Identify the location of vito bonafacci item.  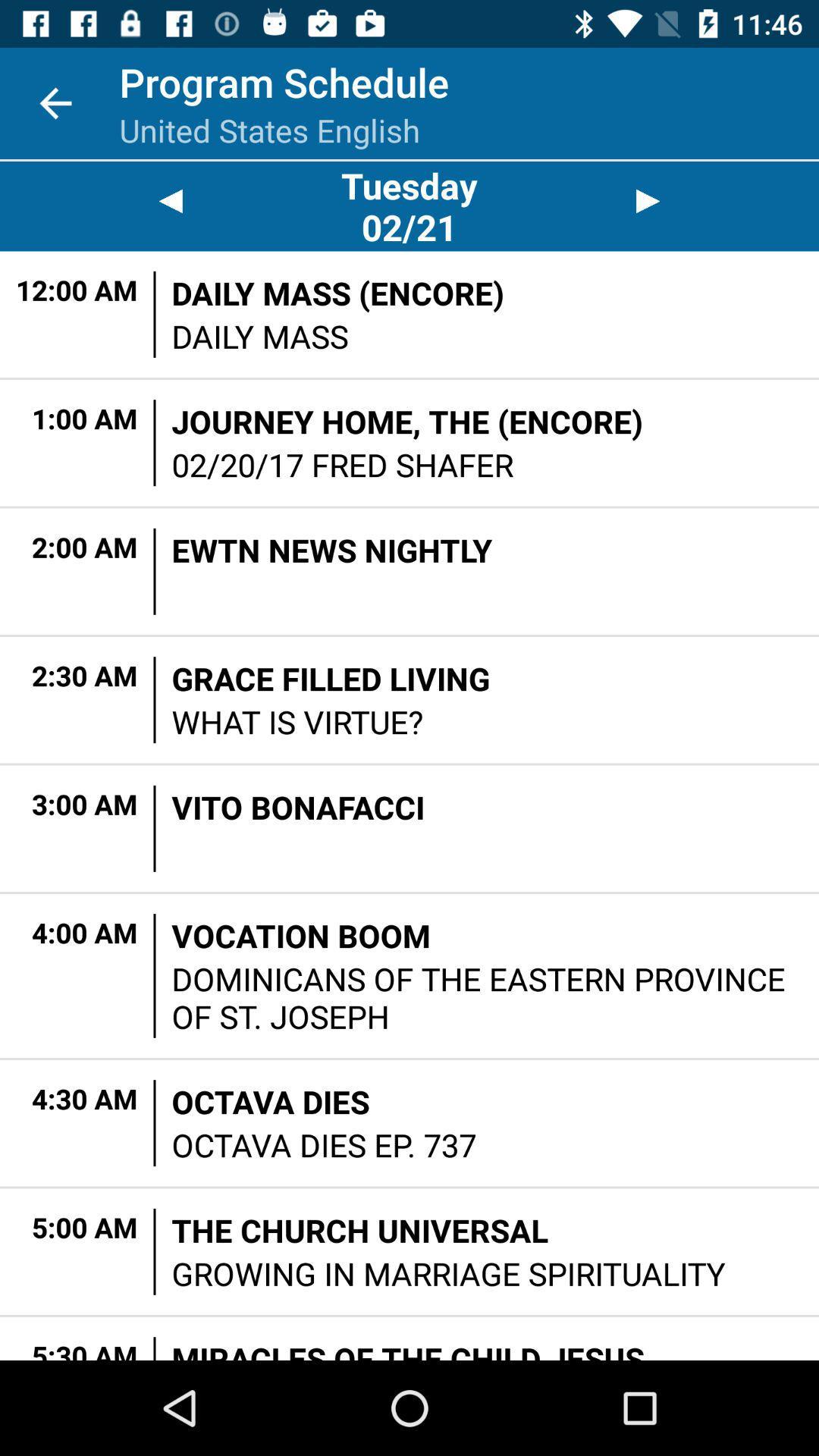
(298, 806).